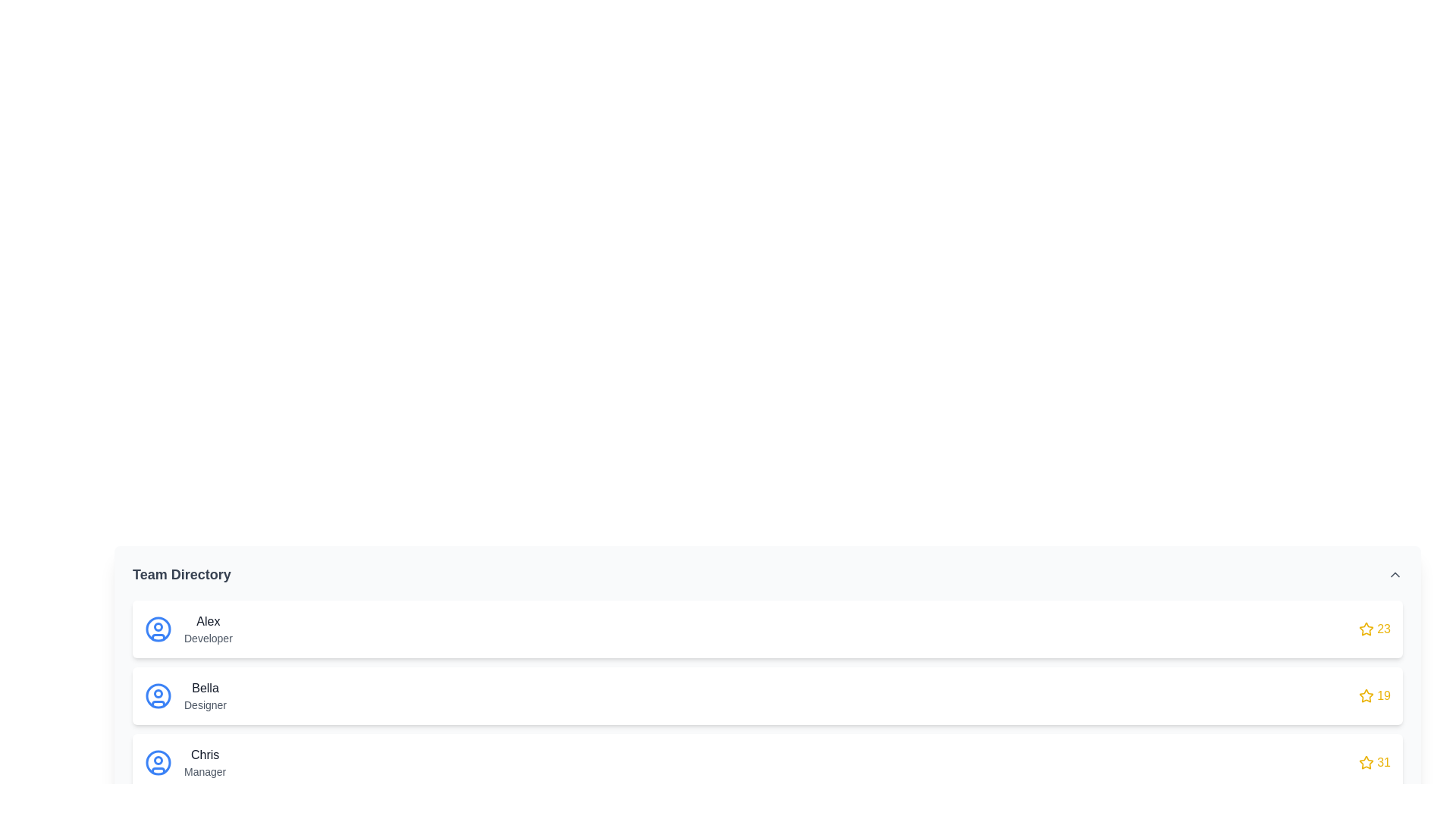  What do you see at coordinates (158, 629) in the screenshot?
I see `the user indicator icon representing 'Alex' in the Team Directory, which is the leftmost element in the corresponding row` at bounding box center [158, 629].